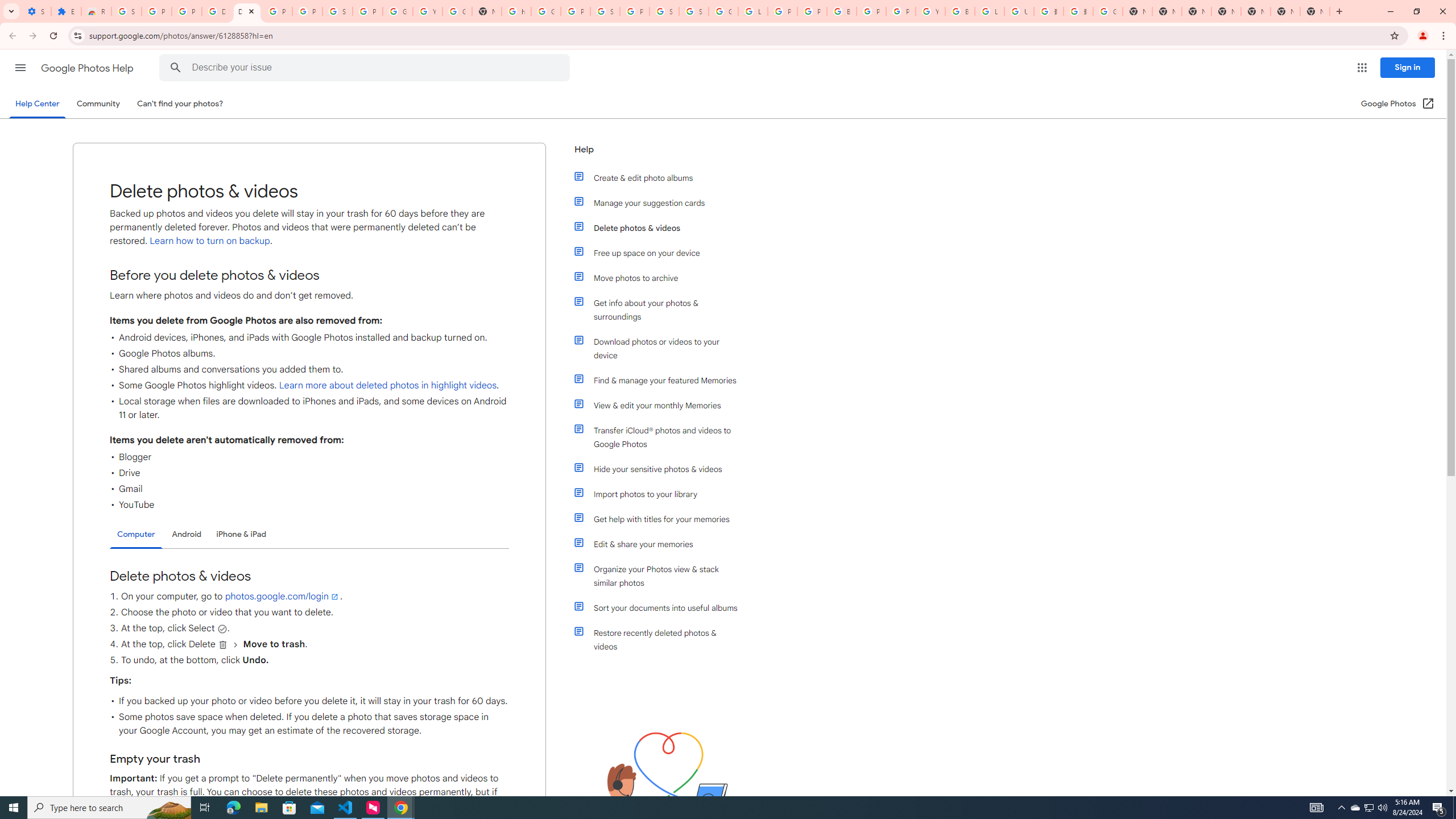  Describe the element at coordinates (661, 202) in the screenshot. I see `'Manage your suggestion cards'` at that location.